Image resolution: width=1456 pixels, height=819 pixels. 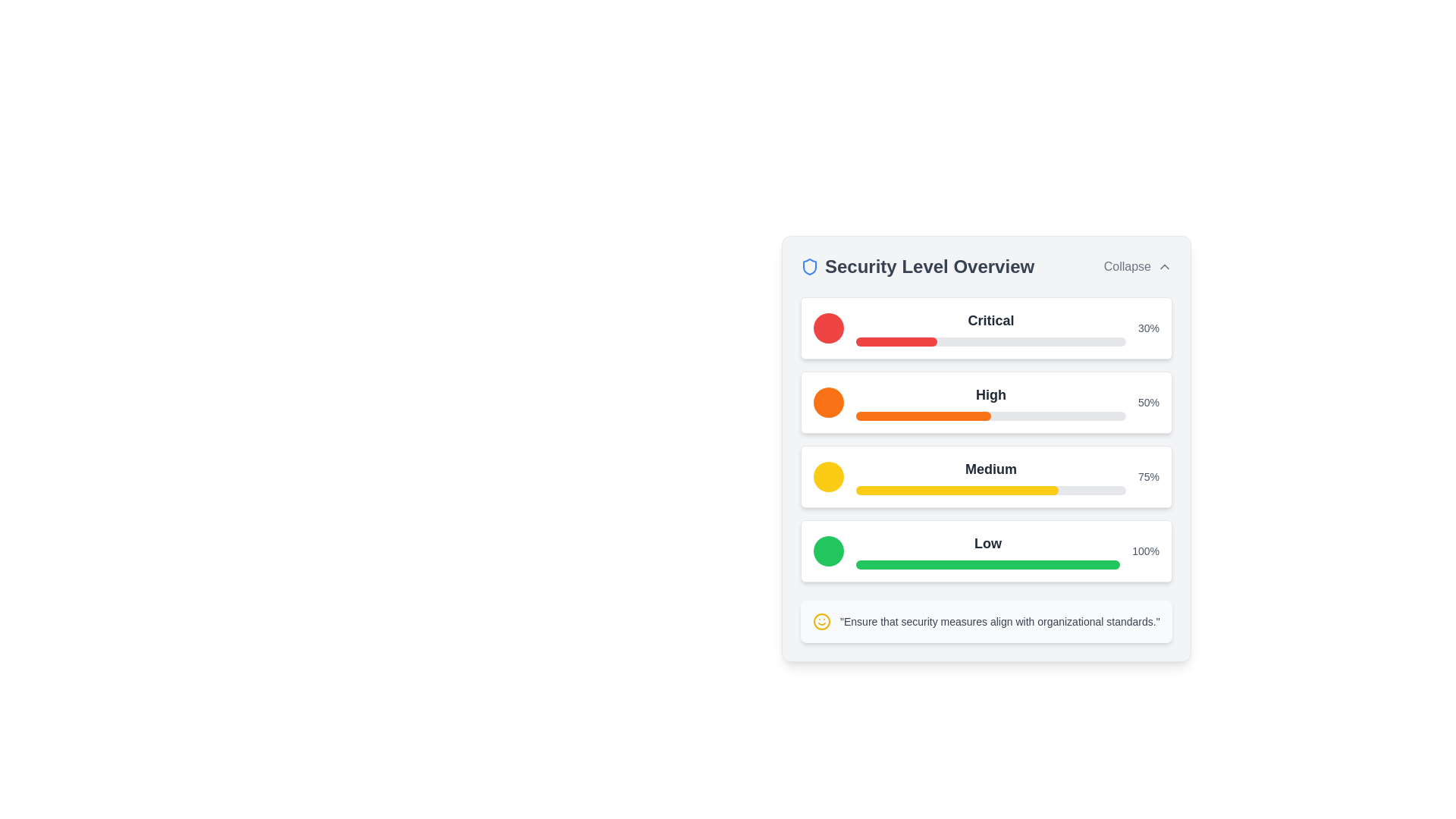 I want to click on the 'Low' status indicator widget, which has a progress bar displaying '100%' and is positioned fourth in the vertical list of status indicators, so click(x=986, y=551).